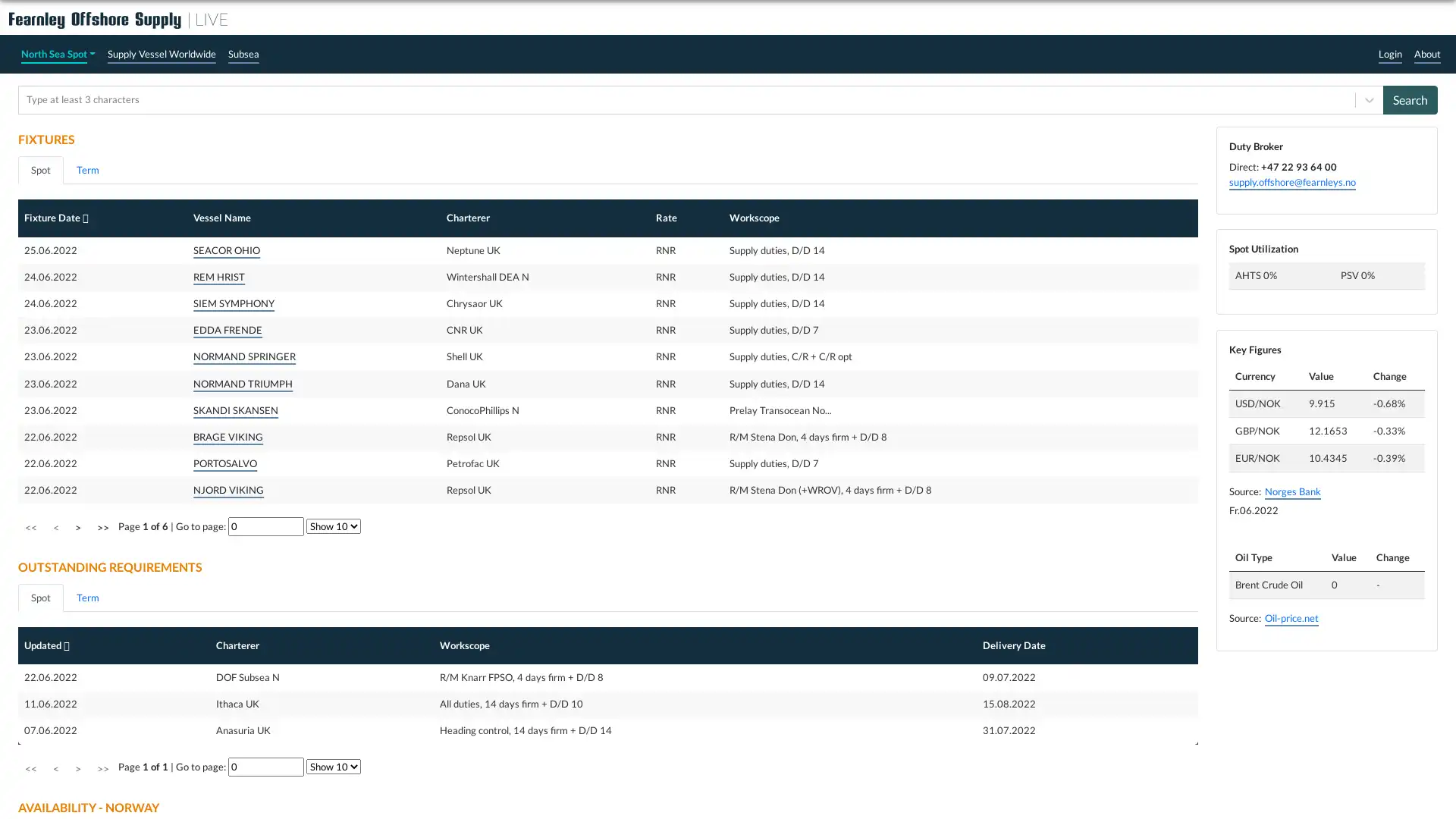 The height and width of the screenshot is (819, 1456). I want to click on <, so click(55, 526).